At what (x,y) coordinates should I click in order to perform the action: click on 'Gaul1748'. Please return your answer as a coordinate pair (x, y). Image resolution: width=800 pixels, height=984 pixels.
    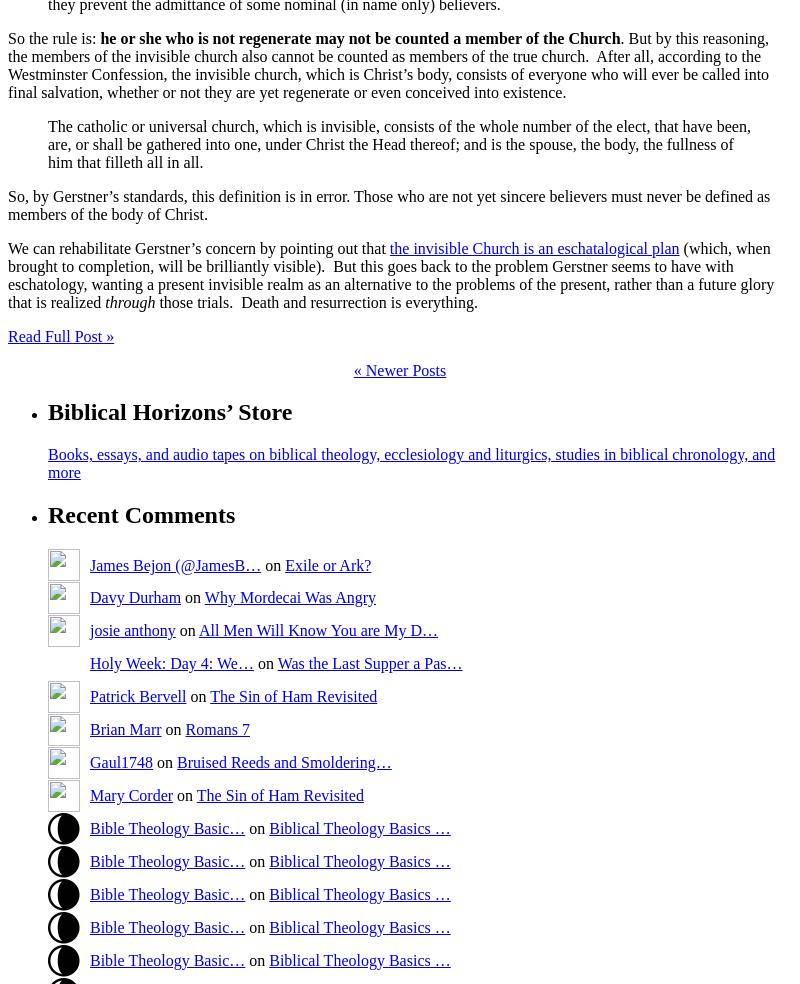
    Looking at the image, I should click on (120, 760).